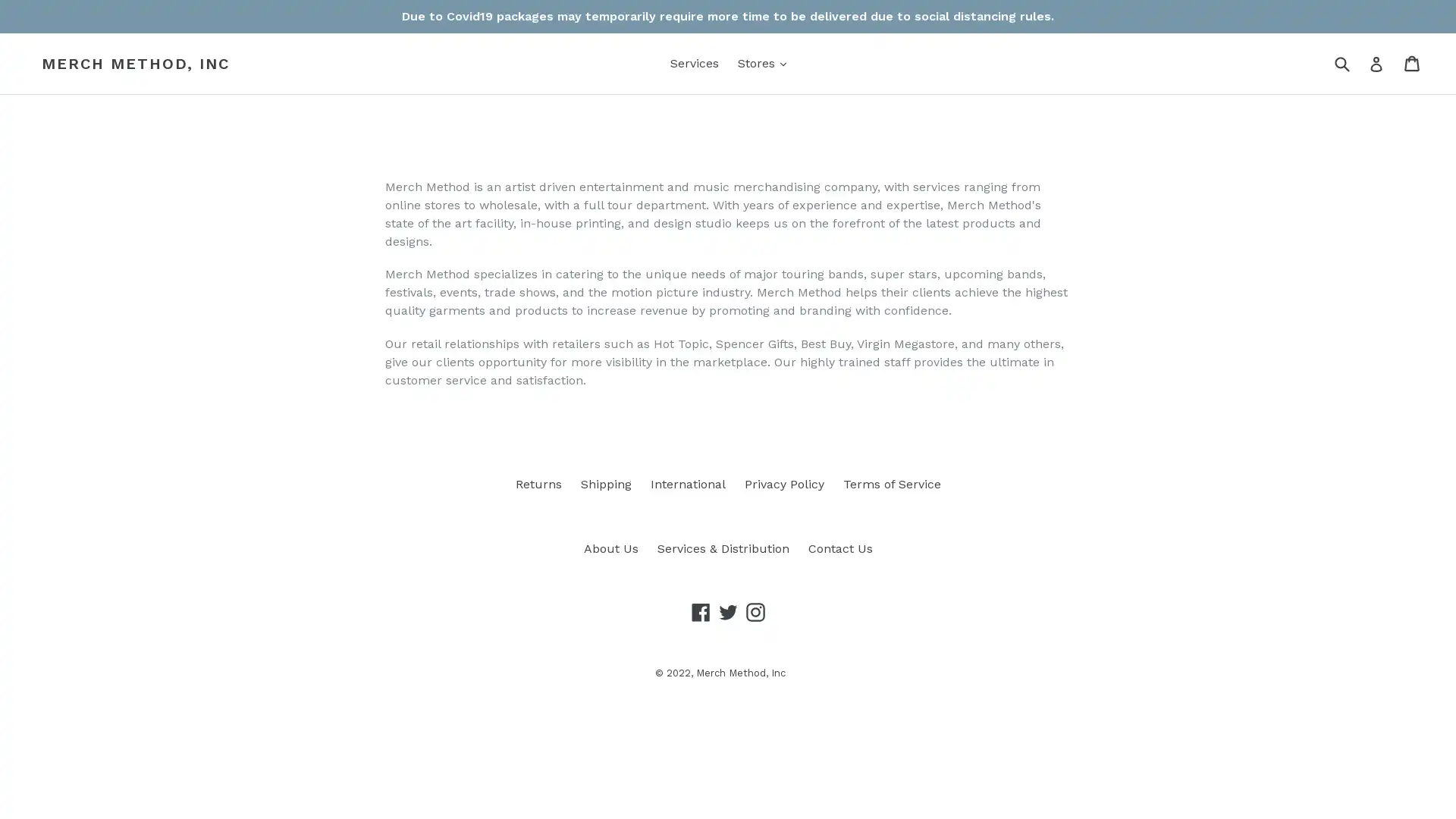 Image resolution: width=1456 pixels, height=819 pixels. I want to click on Submit, so click(1341, 62).